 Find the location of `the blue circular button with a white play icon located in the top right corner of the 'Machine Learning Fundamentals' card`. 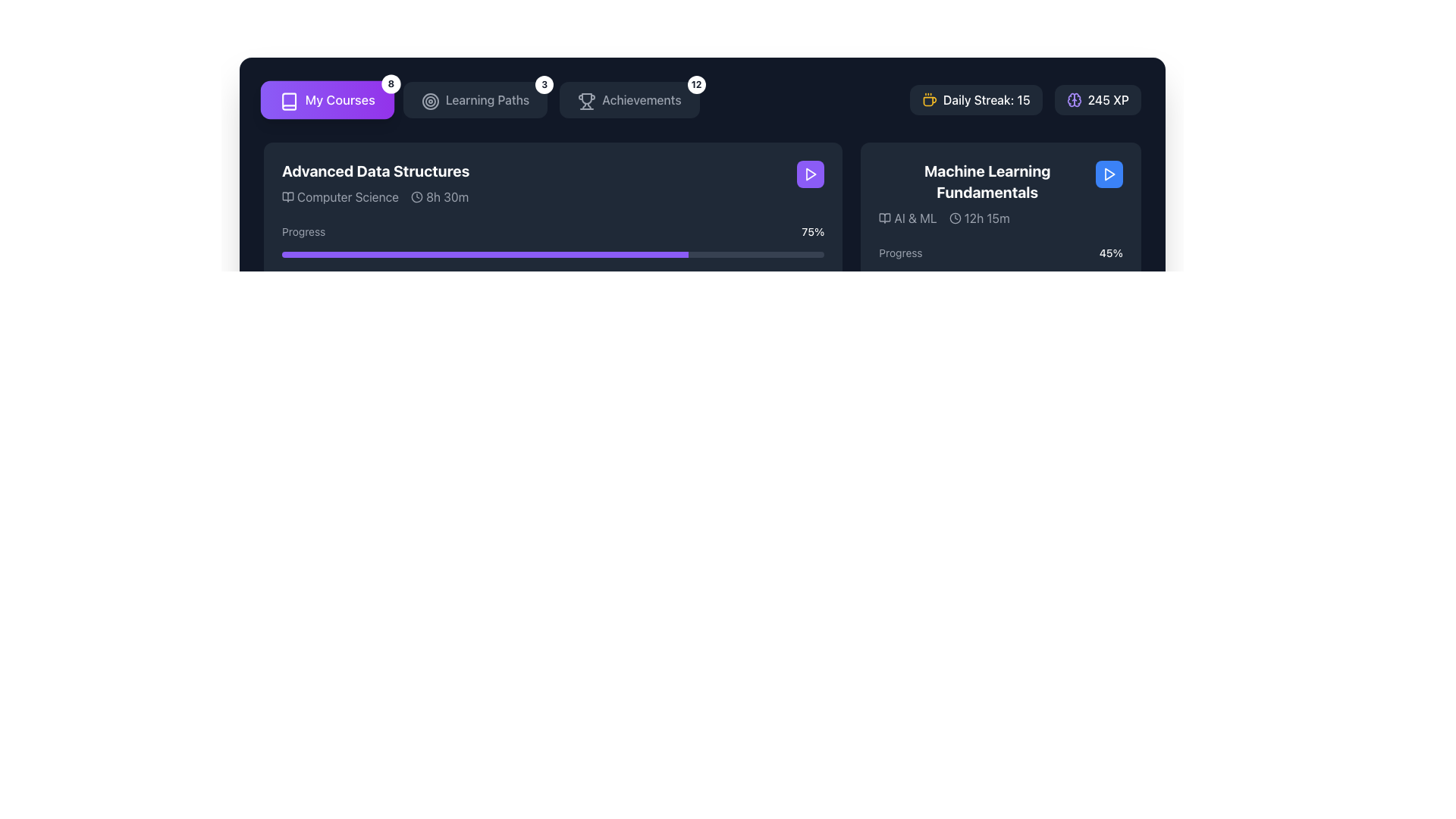

the blue circular button with a white play icon located in the top right corner of the 'Machine Learning Fundamentals' card is located at coordinates (1109, 174).